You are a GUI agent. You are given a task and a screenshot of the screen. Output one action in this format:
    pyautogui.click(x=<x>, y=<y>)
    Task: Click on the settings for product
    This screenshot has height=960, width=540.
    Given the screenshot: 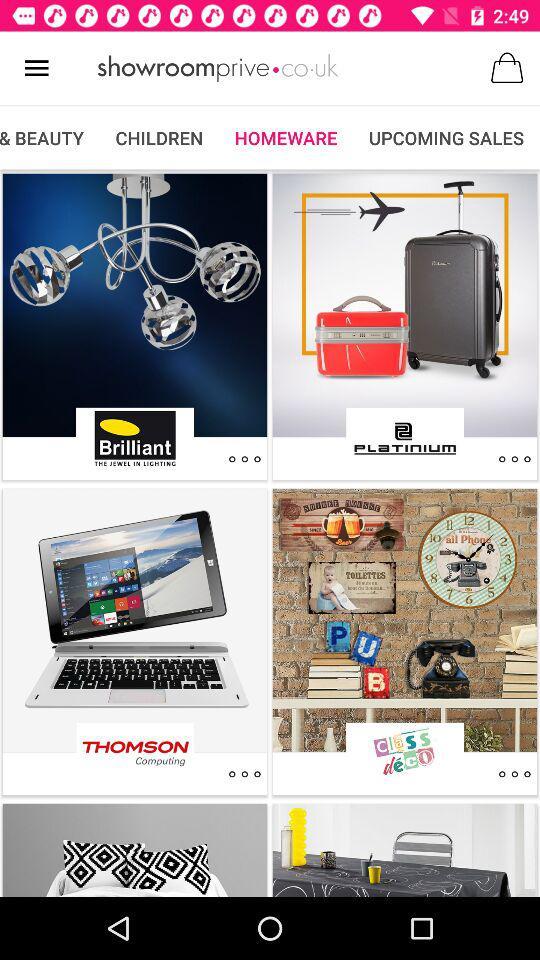 What is the action you would take?
    pyautogui.click(x=514, y=459)
    